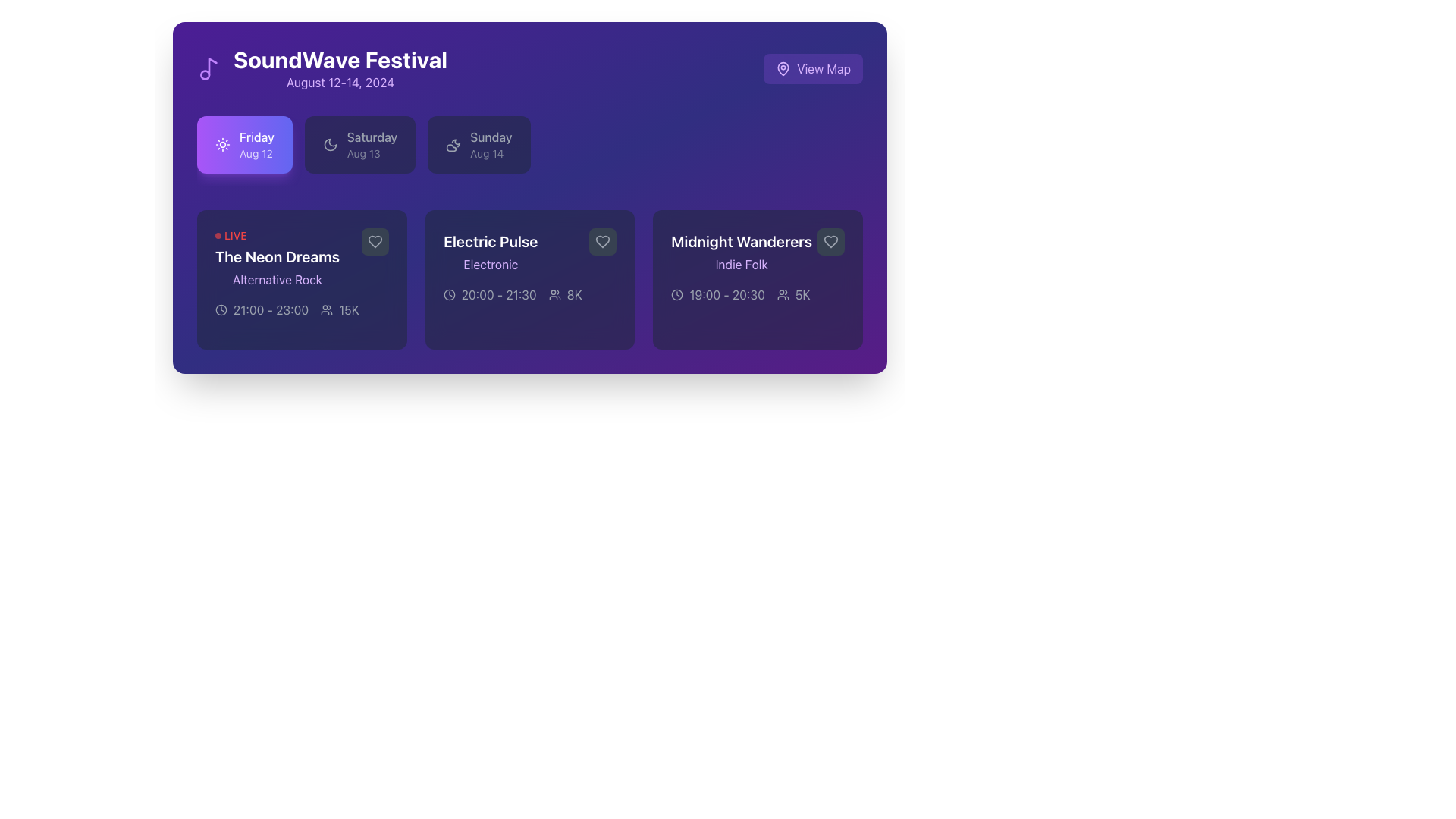 The height and width of the screenshot is (819, 1456). Describe the element at coordinates (340, 58) in the screenshot. I see `the title text label located near the top-left corner of the interface, which is positioned above the subtitle text 'August 12-14, 2024'` at that location.